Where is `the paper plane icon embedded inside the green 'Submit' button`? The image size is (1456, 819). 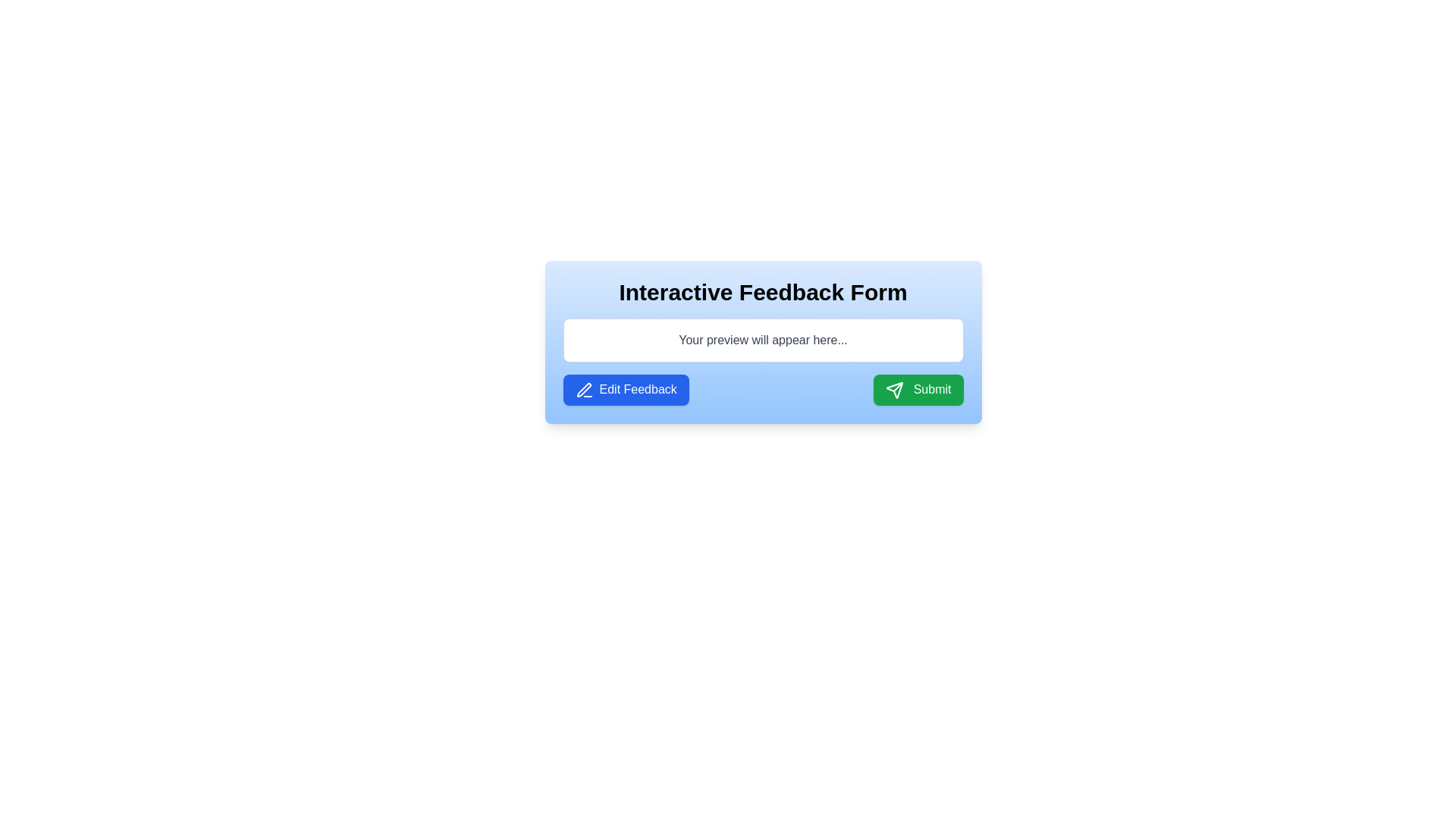
the paper plane icon embedded inside the green 'Submit' button is located at coordinates (895, 389).